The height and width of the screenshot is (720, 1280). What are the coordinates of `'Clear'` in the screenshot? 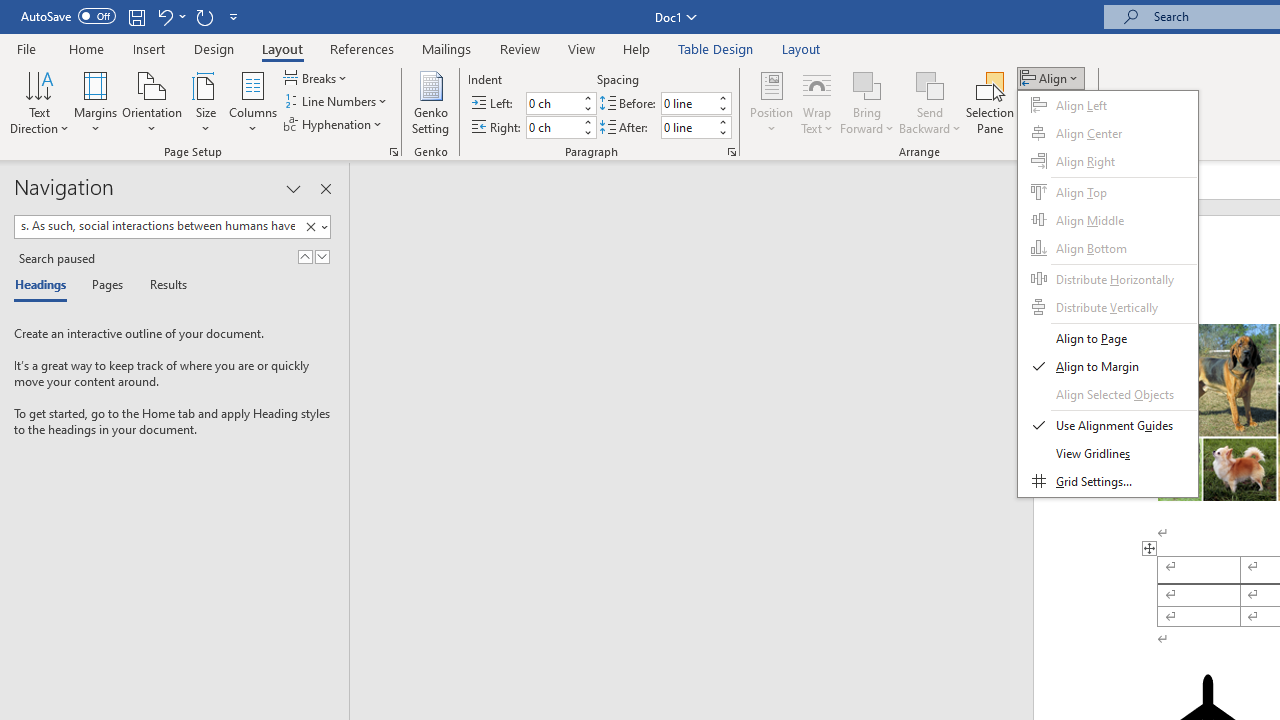 It's located at (310, 226).